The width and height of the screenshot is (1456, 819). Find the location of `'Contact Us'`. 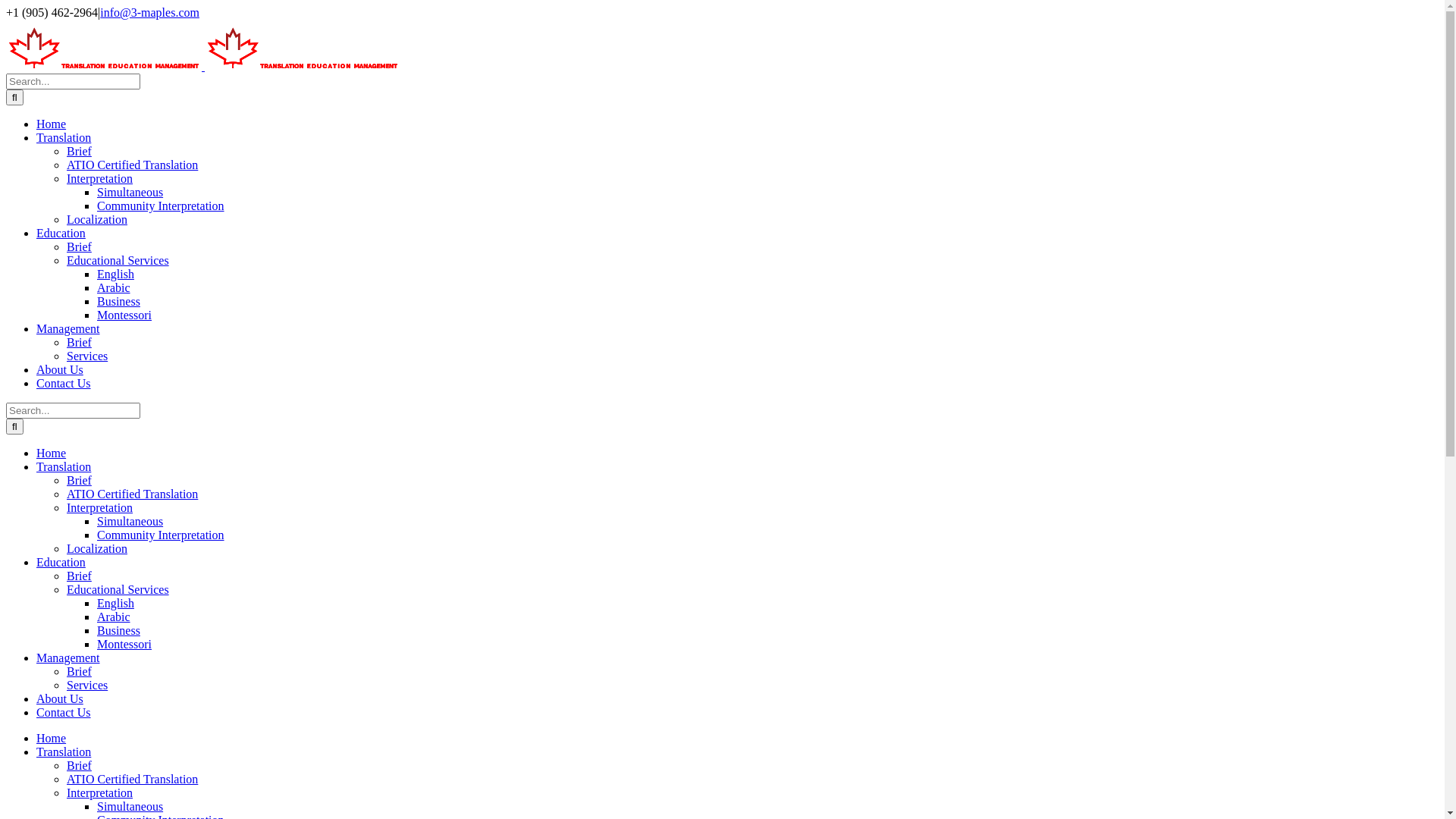

'Contact Us' is located at coordinates (36, 382).